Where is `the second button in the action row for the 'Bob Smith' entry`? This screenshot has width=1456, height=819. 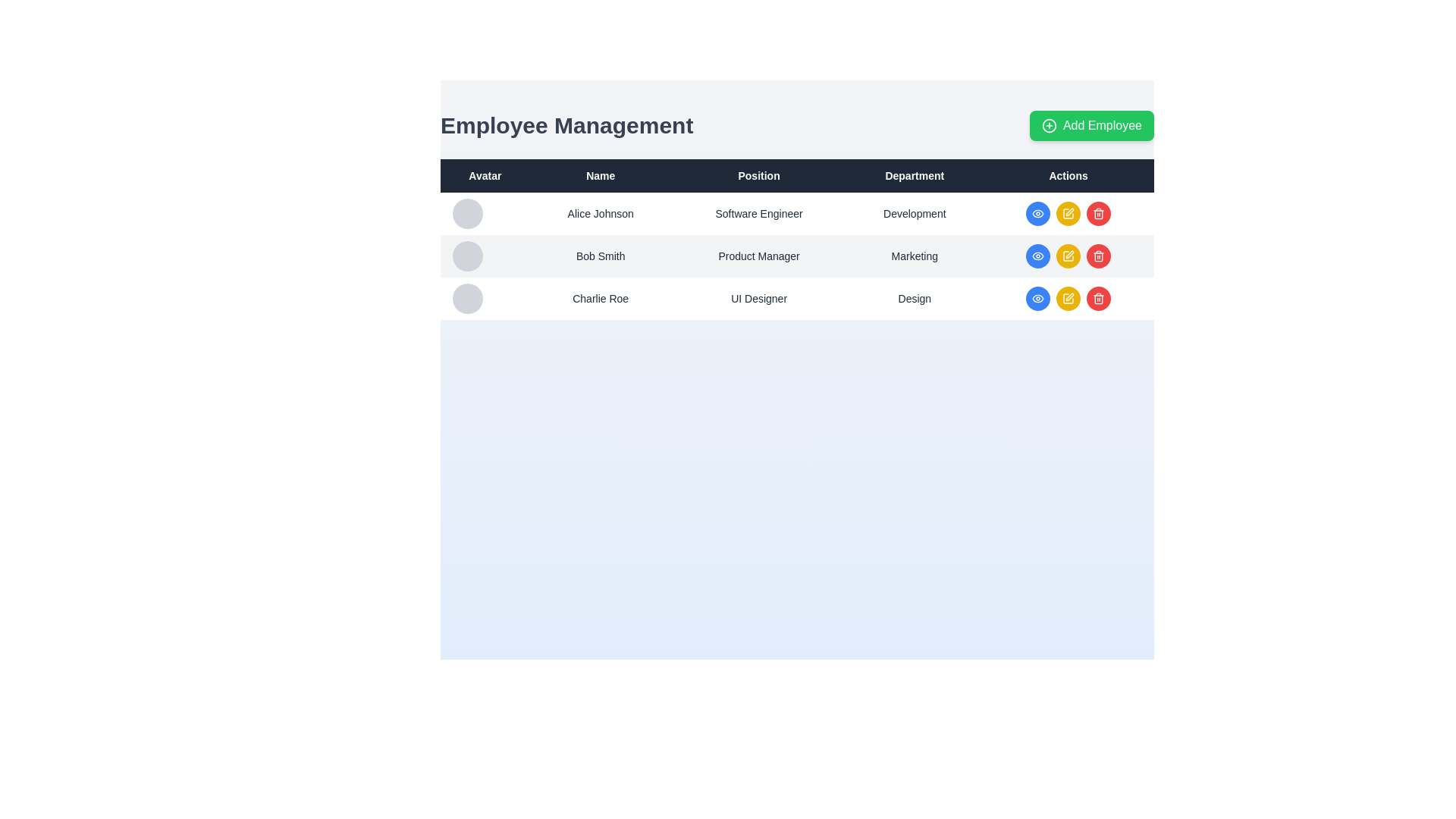
the second button in the action row for the 'Bob Smith' entry is located at coordinates (1068, 256).